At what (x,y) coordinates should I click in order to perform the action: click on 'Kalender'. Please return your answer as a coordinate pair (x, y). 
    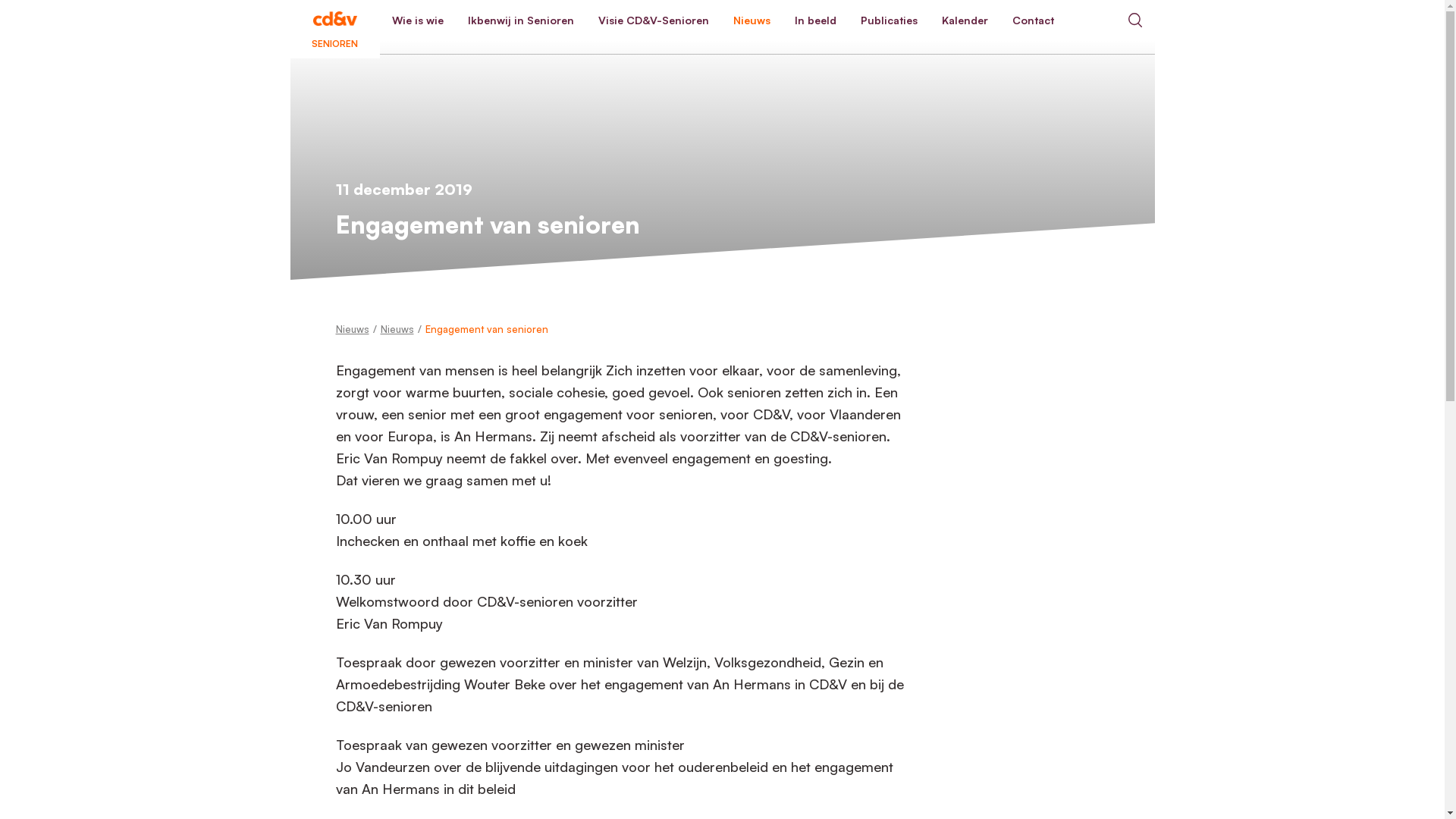
    Looking at the image, I should click on (964, 20).